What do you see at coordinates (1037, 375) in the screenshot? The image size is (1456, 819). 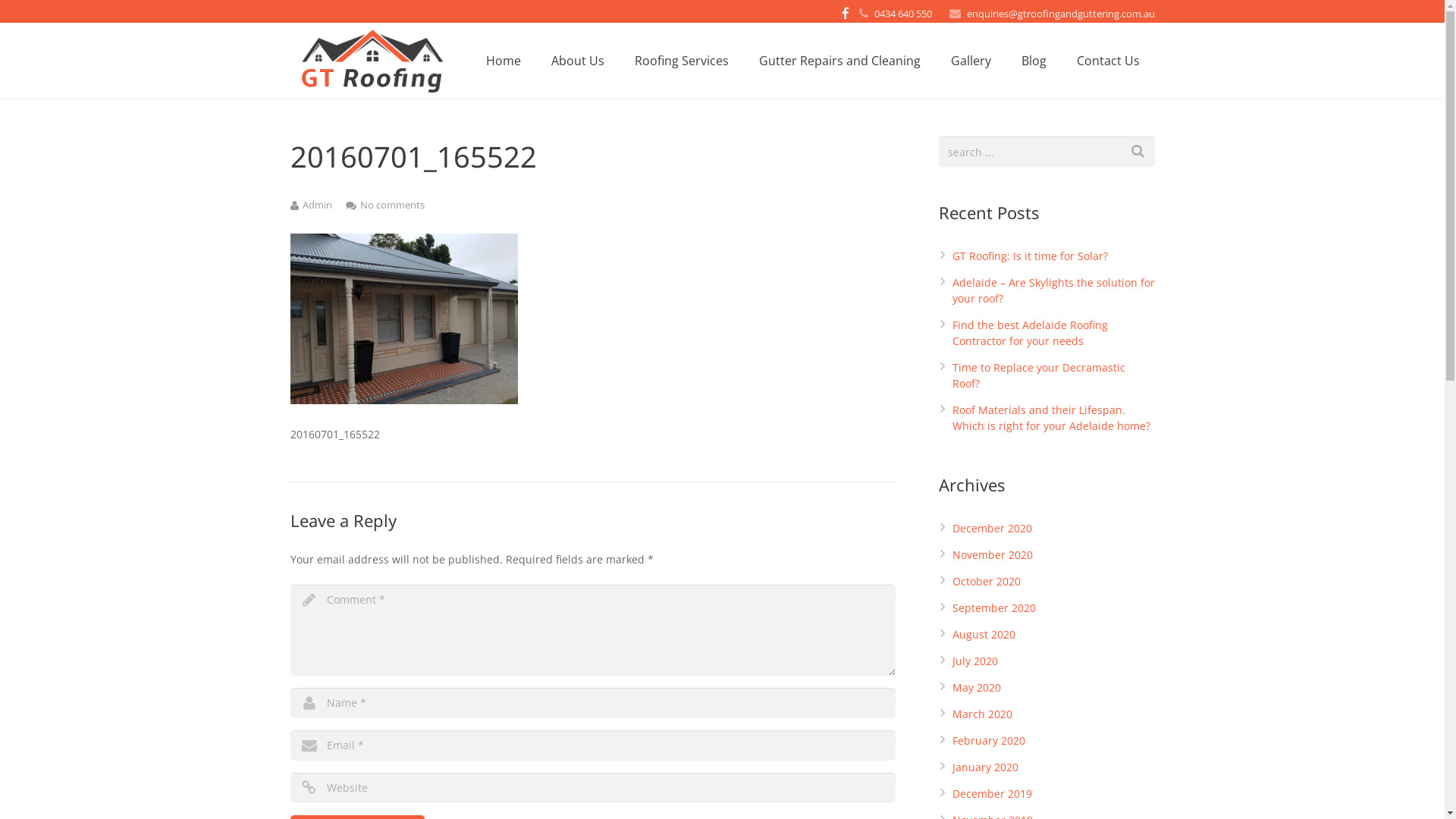 I see `'Time to Replace your Decramastic Roof?'` at bounding box center [1037, 375].